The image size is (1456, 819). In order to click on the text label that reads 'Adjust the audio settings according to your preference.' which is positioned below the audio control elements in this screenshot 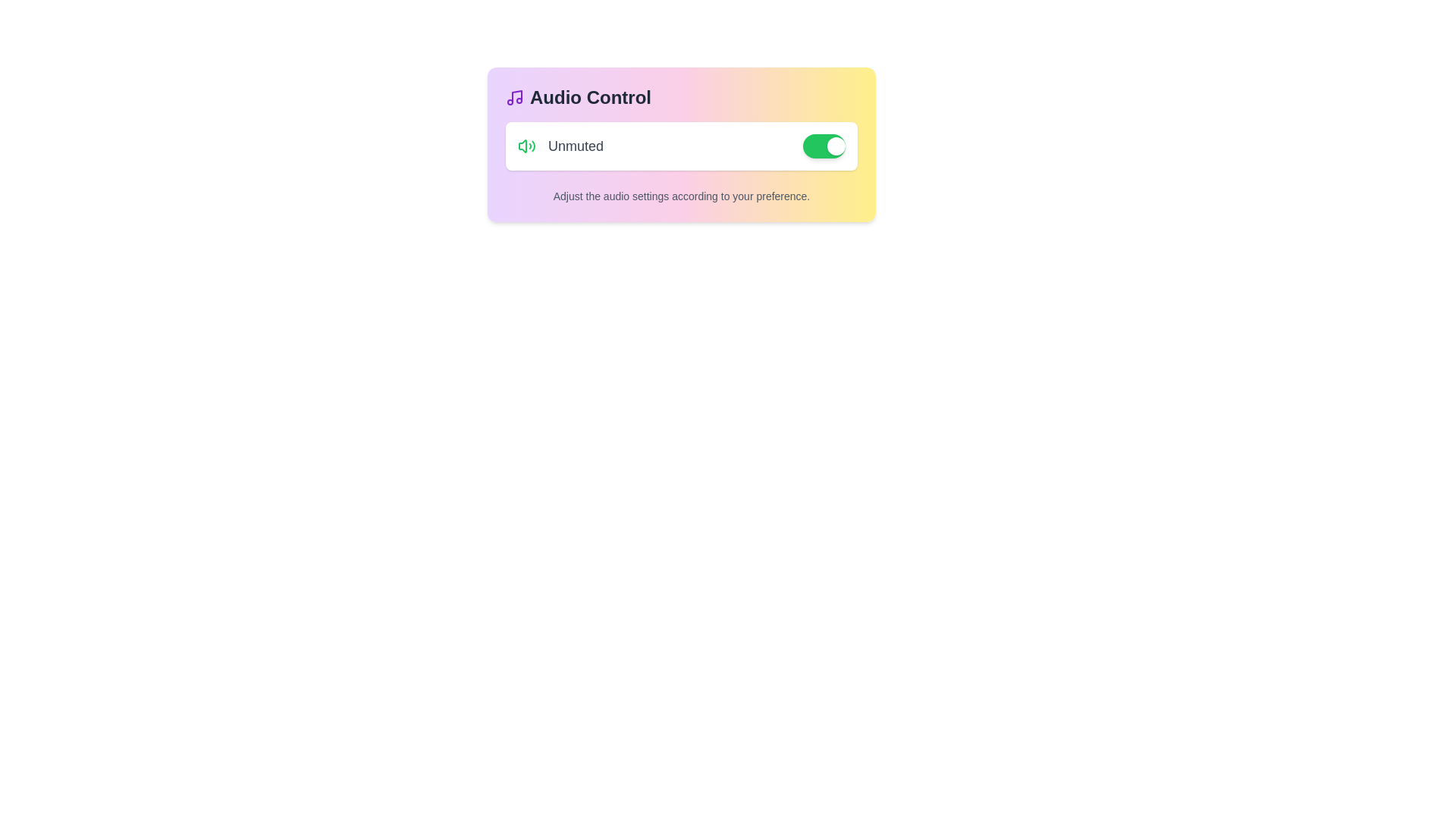, I will do `click(680, 195)`.